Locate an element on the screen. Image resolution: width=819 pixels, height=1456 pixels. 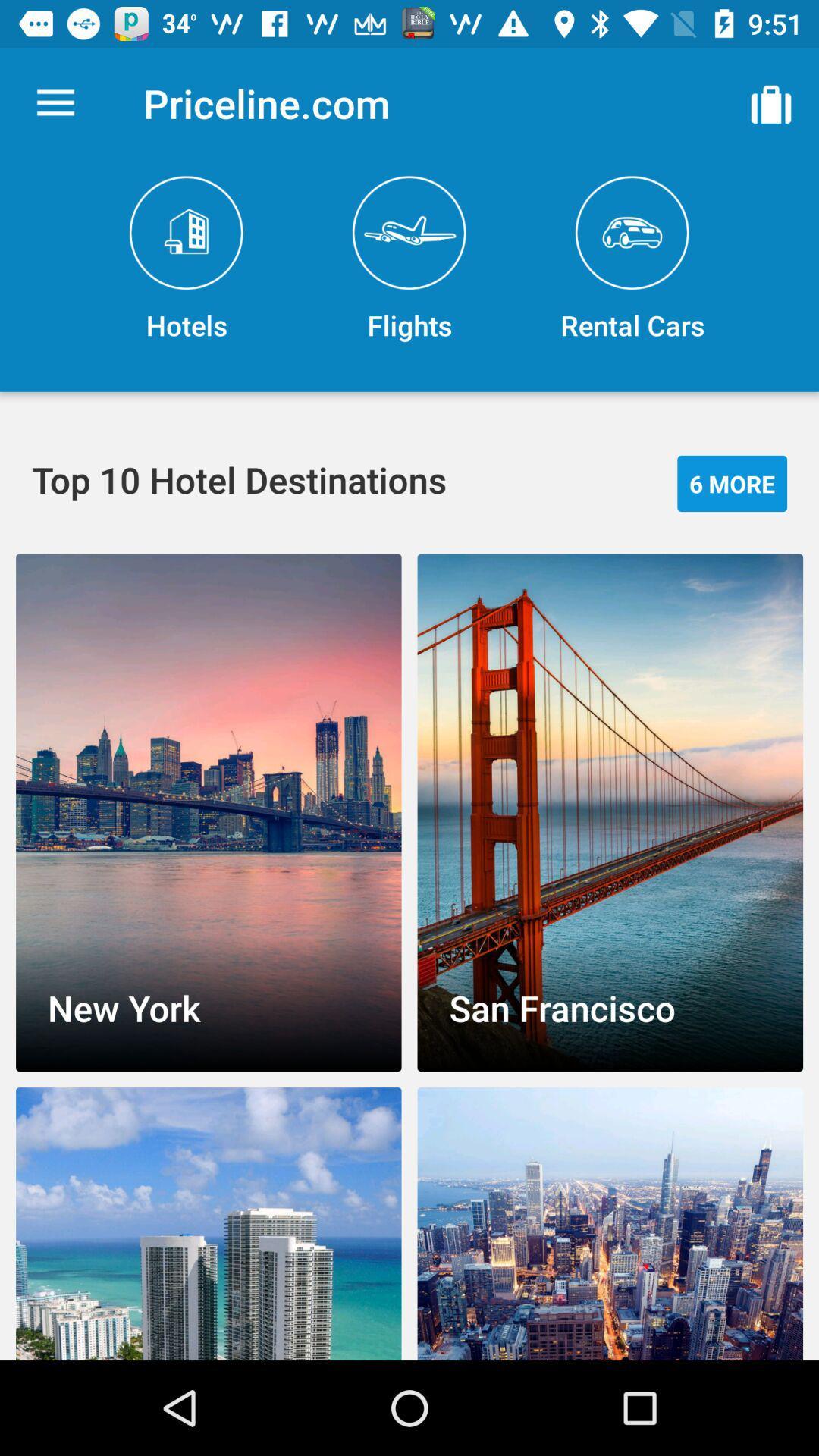
the item next to flights icon is located at coordinates (186, 259).